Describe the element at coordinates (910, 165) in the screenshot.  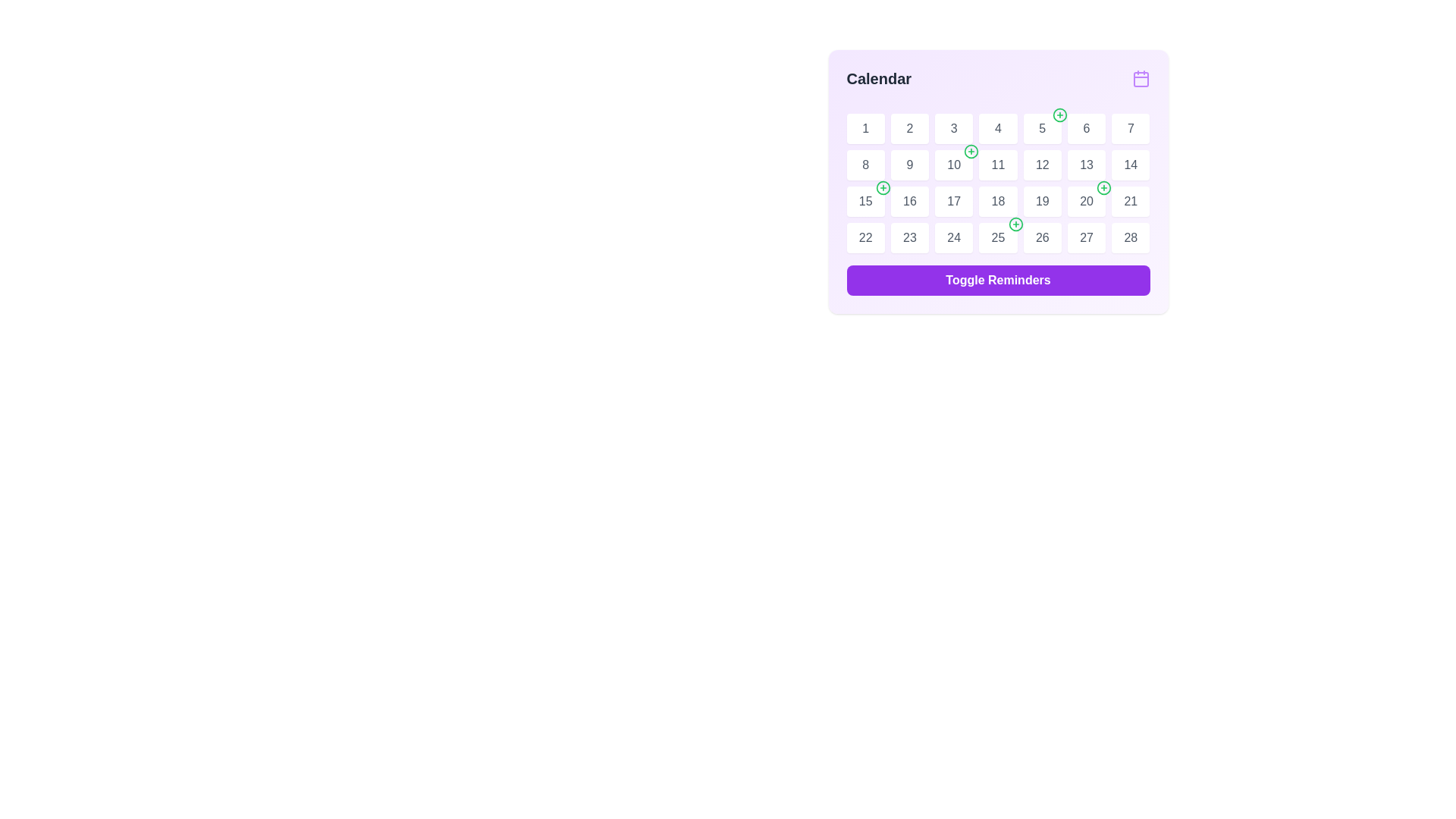
I see `the calendar date cell displaying the number '9' located on the second row, third column of the calendar grid to show a context menu` at that location.